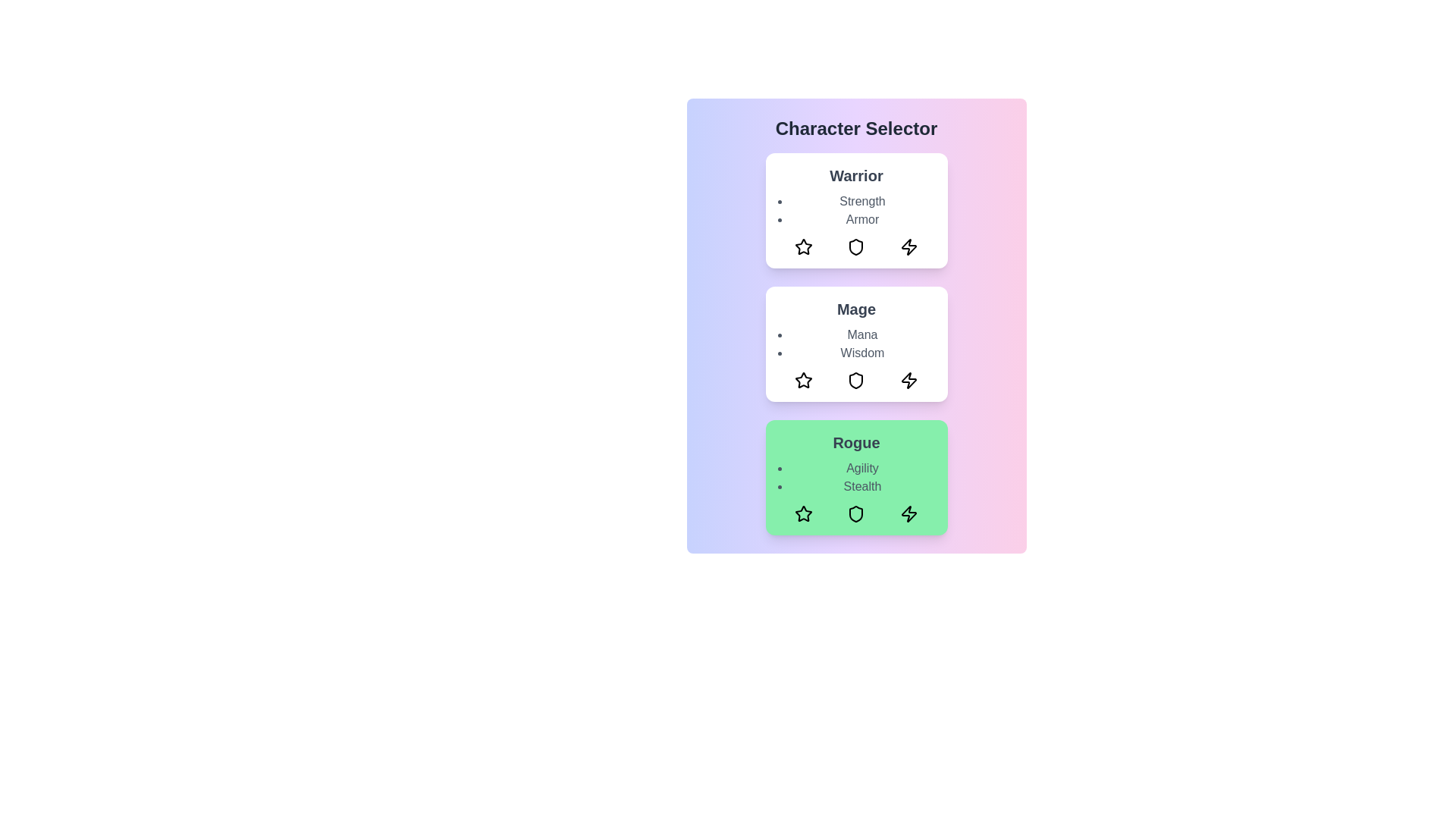 This screenshot has width=1456, height=819. I want to click on the star icon in the rogue card, so click(803, 513).